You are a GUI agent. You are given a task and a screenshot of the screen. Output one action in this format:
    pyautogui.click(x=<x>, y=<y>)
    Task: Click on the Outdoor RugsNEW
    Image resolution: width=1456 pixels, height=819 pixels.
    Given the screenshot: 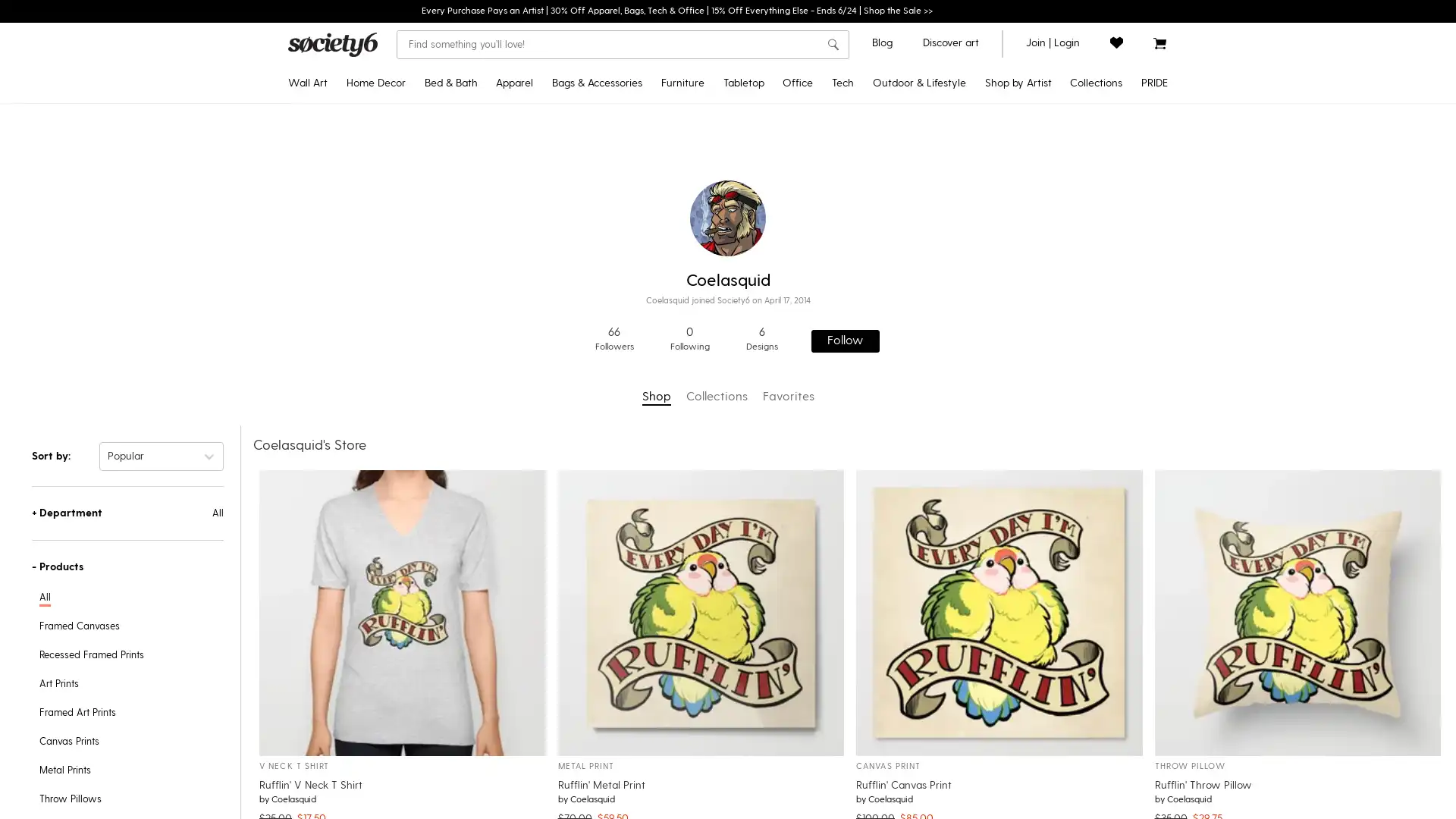 What is the action you would take?
    pyautogui.click(x=939, y=121)
    